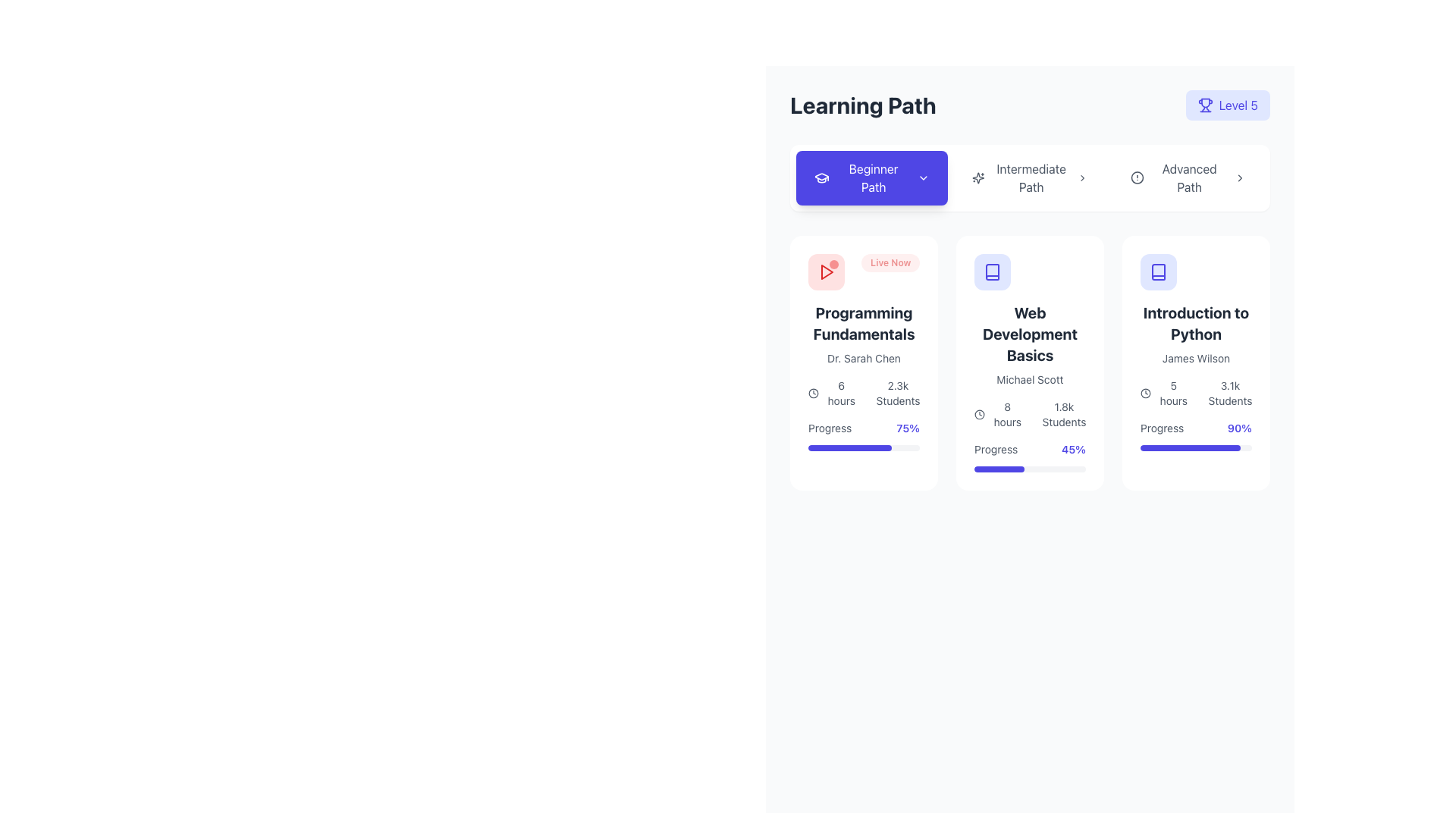  What do you see at coordinates (895, 393) in the screenshot?
I see `text label indicating the number of students enrolled in the 'Programming Fundamentals' course, located below the '6 hours' text element and the clock icon within the leftmost card` at bounding box center [895, 393].